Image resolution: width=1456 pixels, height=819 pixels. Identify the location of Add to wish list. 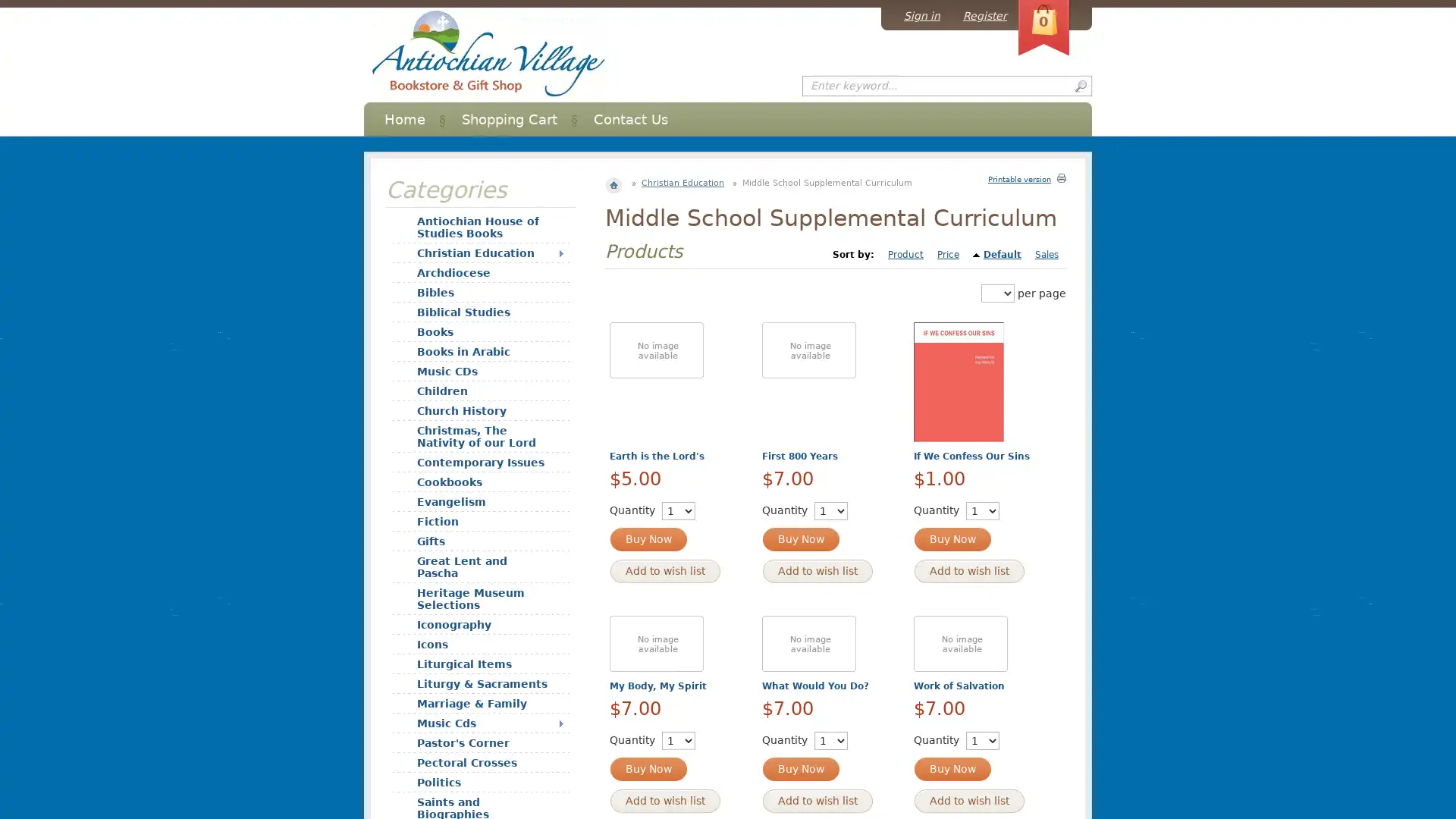
(816, 571).